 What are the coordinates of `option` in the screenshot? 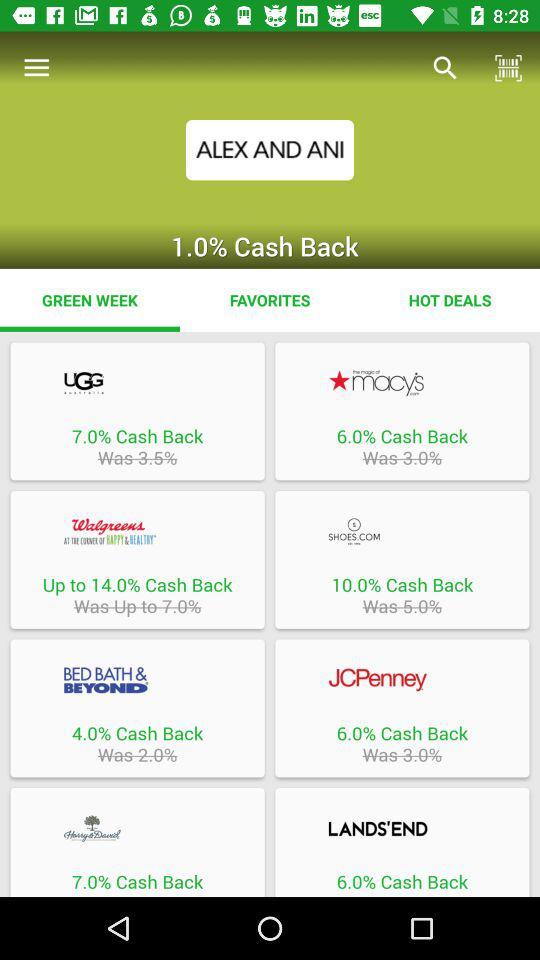 It's located at (136, 828).